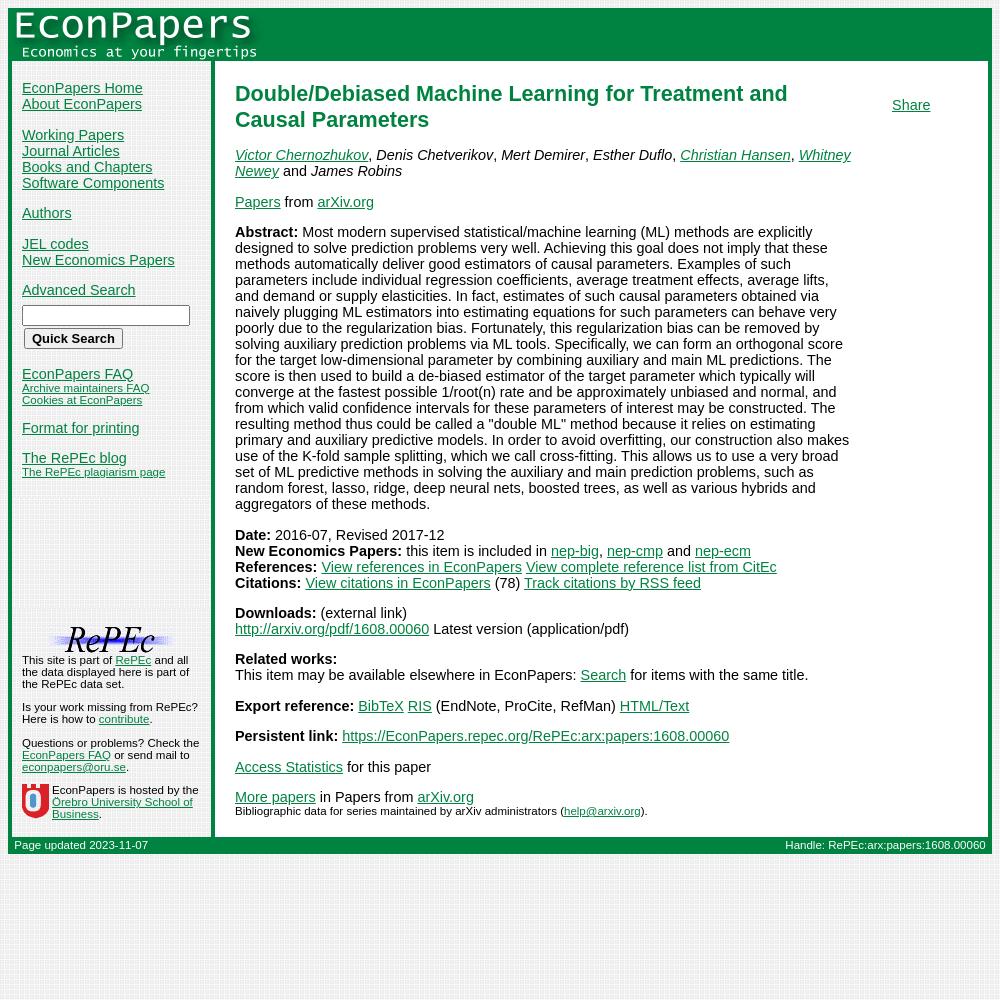  What do you see at coordinates (305, 581) in the screenshot?
I see `'View citations in EconPapers'` at bounding box center [305, 581].